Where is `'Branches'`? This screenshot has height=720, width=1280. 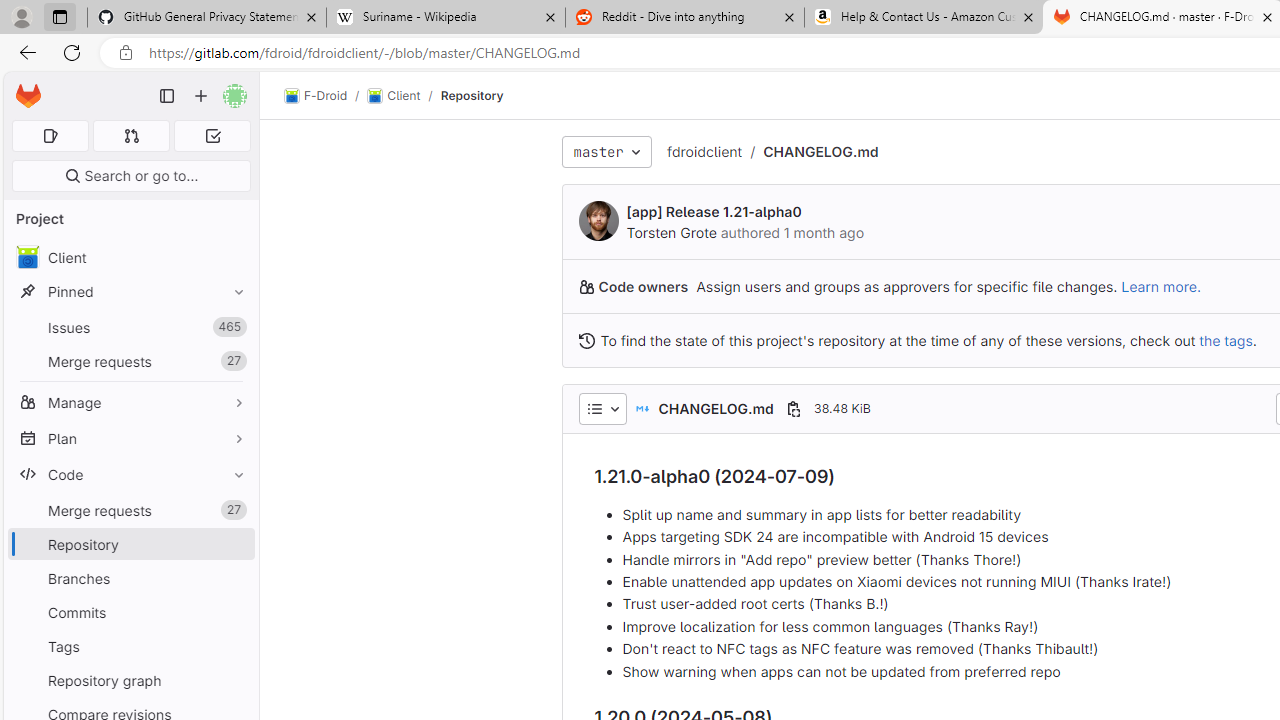 'Branches' is located at coordinates (130, 578).